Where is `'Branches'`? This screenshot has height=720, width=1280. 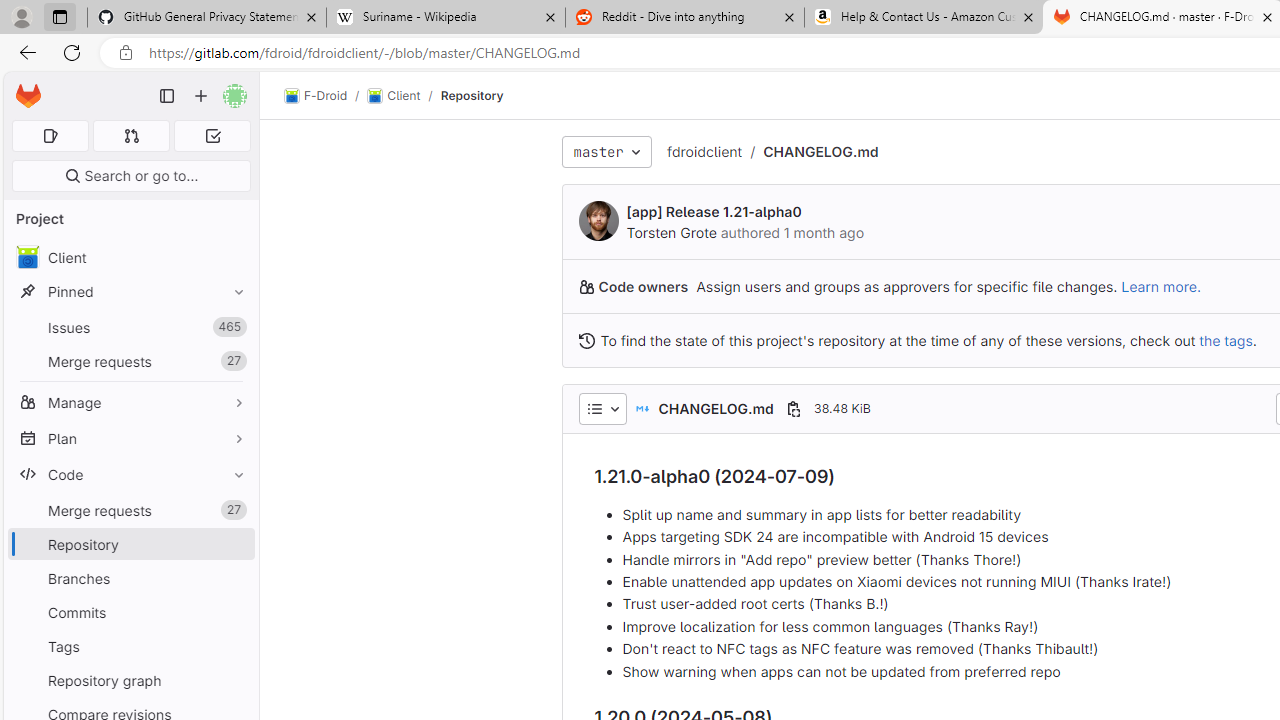 'Branches' is located at coordinates (130, 578).